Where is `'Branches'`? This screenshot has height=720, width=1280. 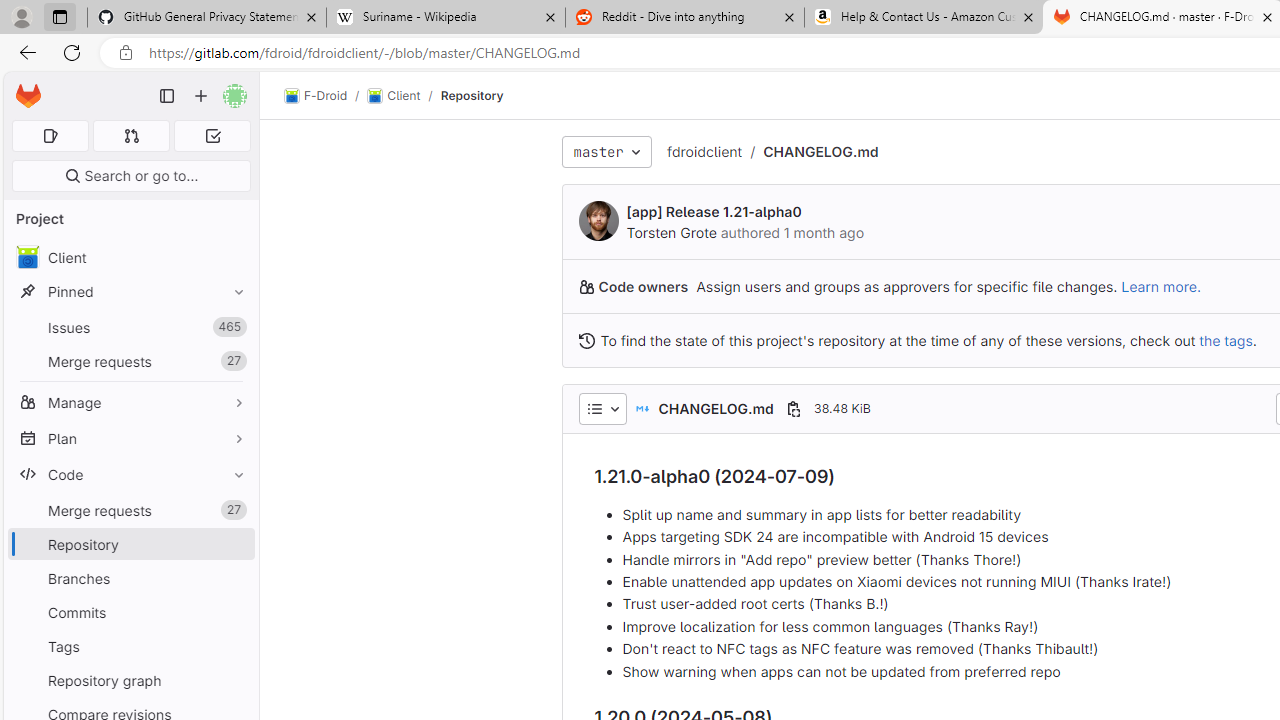 'Branches' is located at coordinates (130, 578).